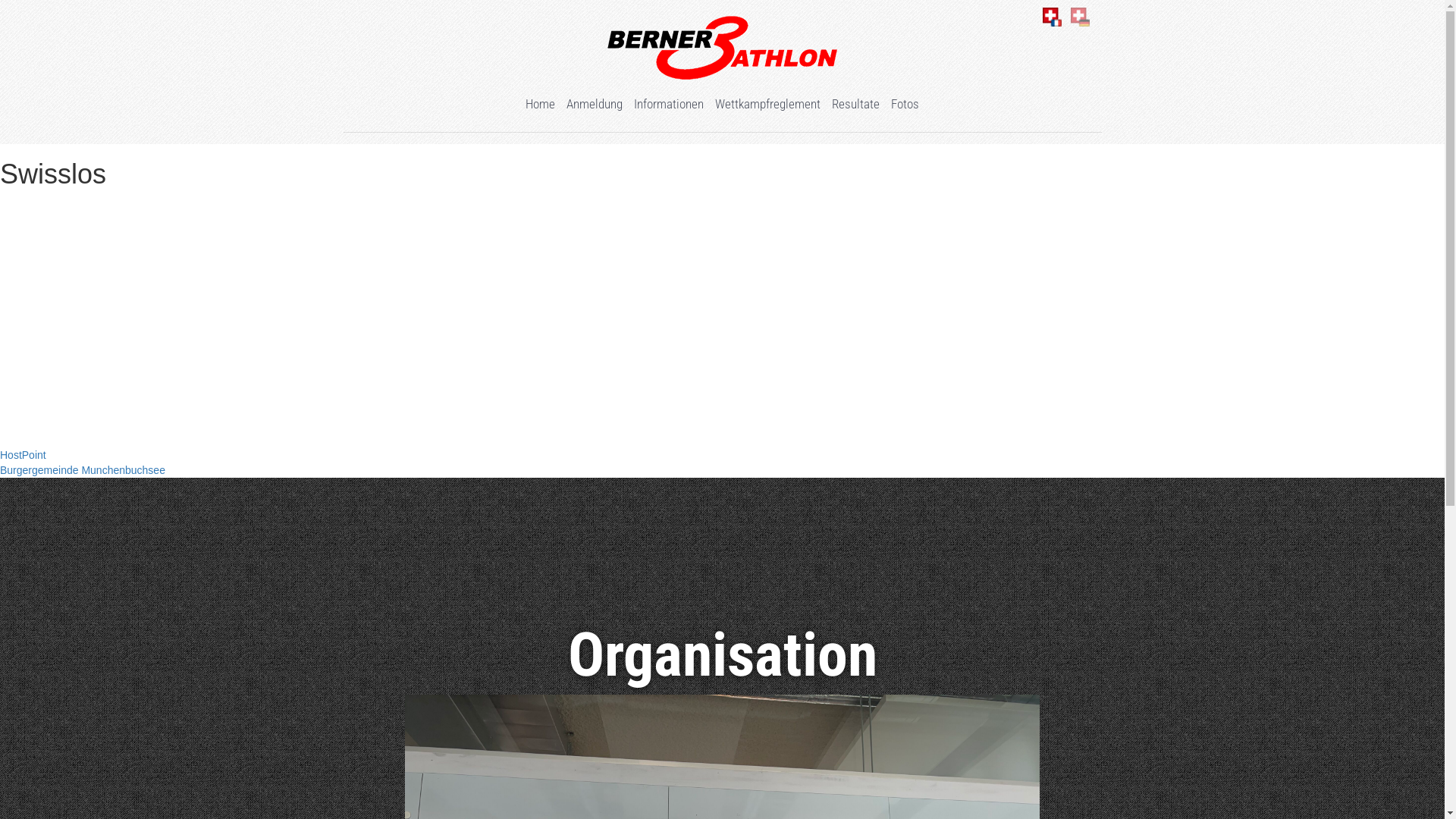  I want to click on 'Anmeldung', so click(593, 103).